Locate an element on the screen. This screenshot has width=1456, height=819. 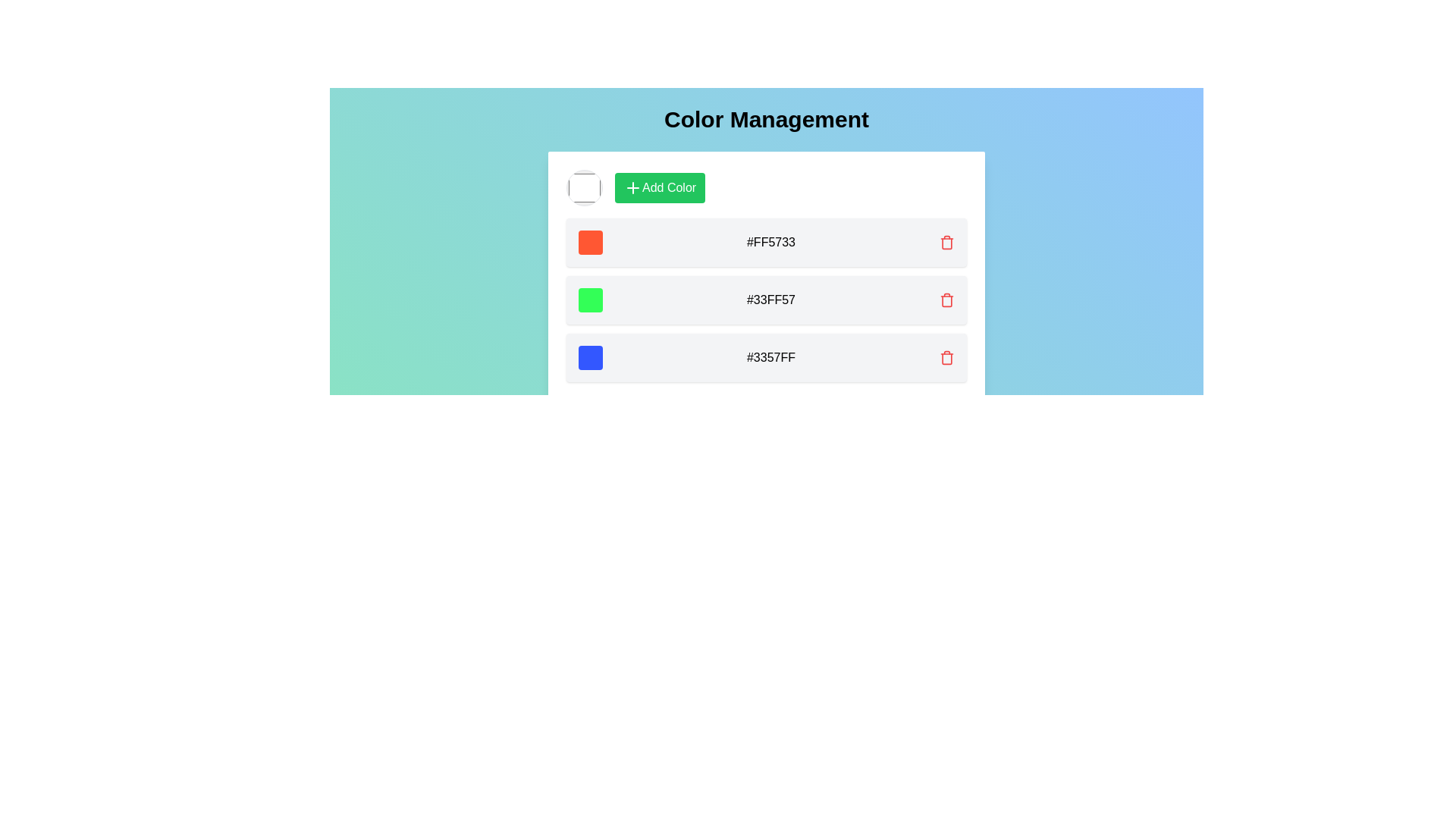
the text label indicating the color value, positioned between a circular orange color preview and a red trash icon is located at coordinates (771, 242).